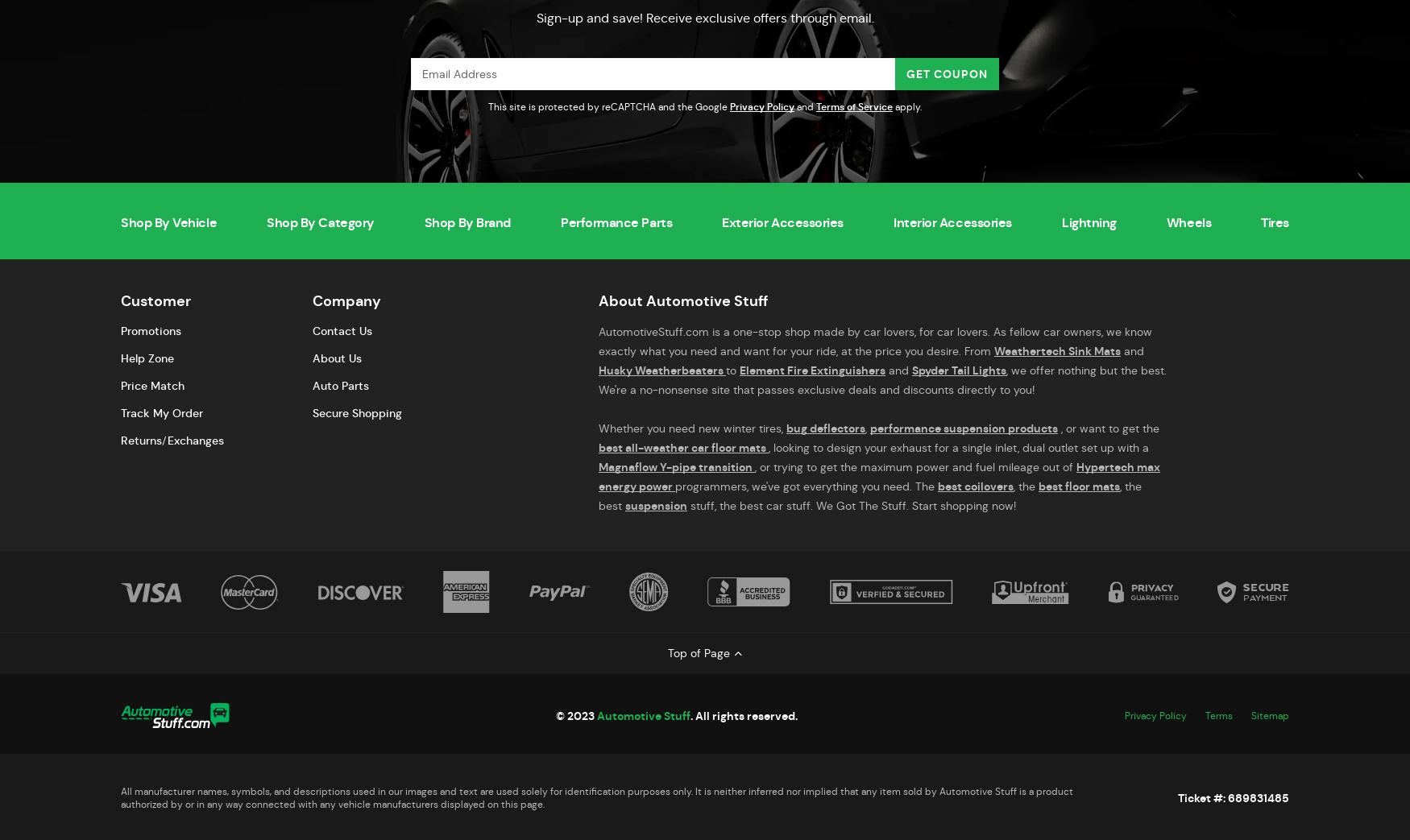  I want to click on 'Price Match', so click(119, 385).